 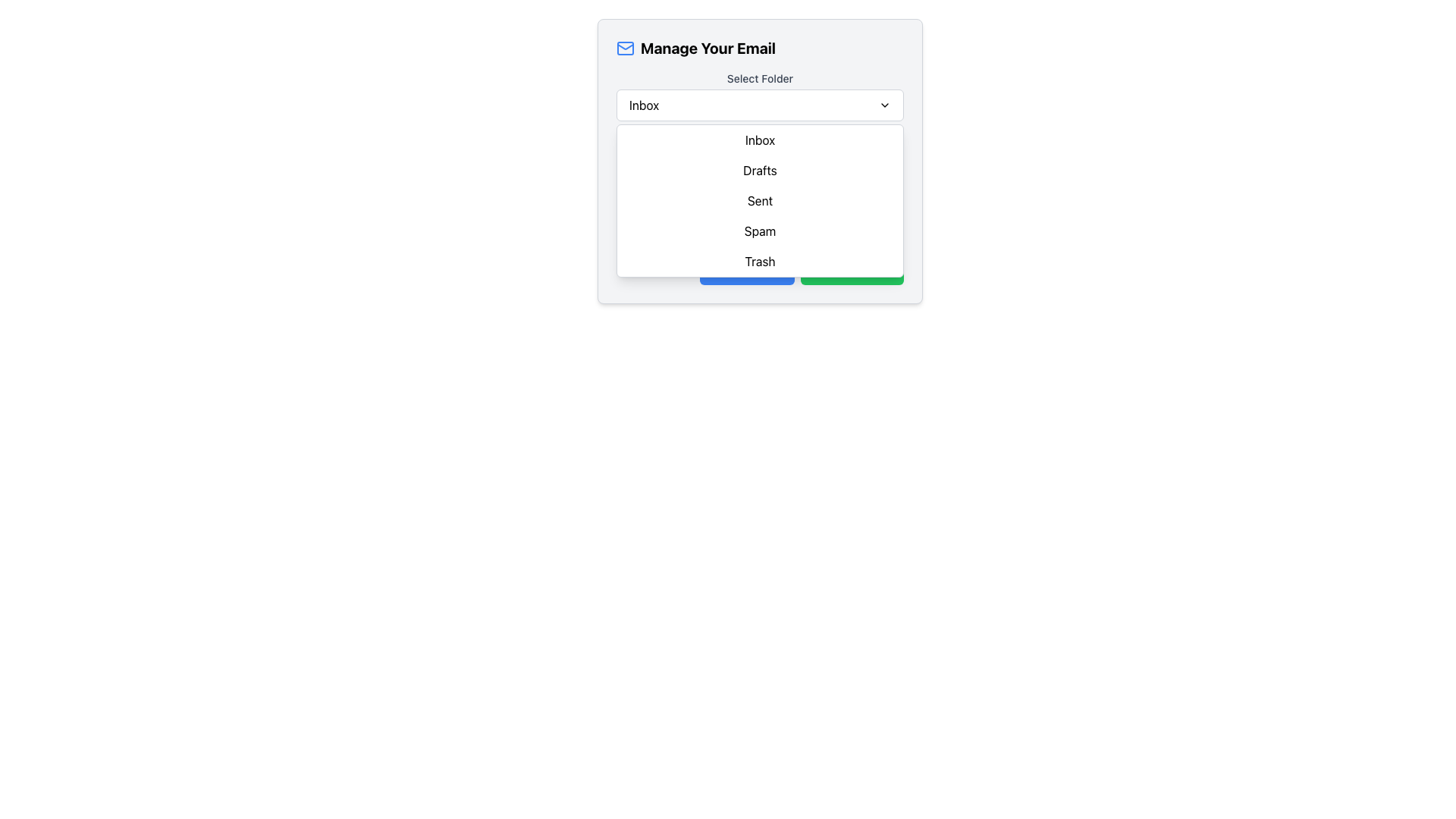 What do you see at coordinates (760, 260) in the screenshot?
I see `to select the 'Trash' option in the dropdown menu located in the 'Manage Your Email' modal, which is the fifth item in the list` at bounding box center [760, 260].